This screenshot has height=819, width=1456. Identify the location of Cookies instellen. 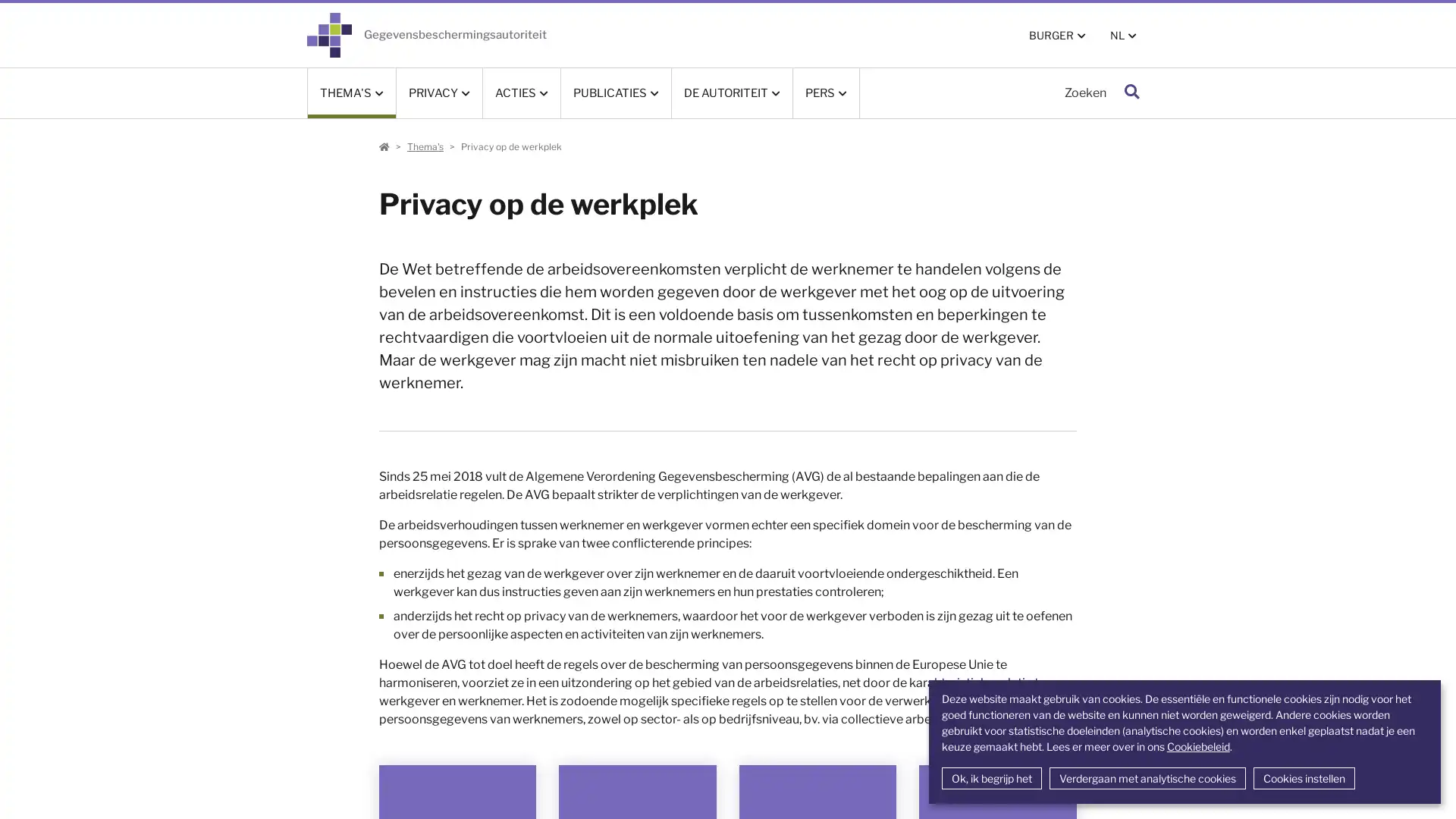
(1302, 778).